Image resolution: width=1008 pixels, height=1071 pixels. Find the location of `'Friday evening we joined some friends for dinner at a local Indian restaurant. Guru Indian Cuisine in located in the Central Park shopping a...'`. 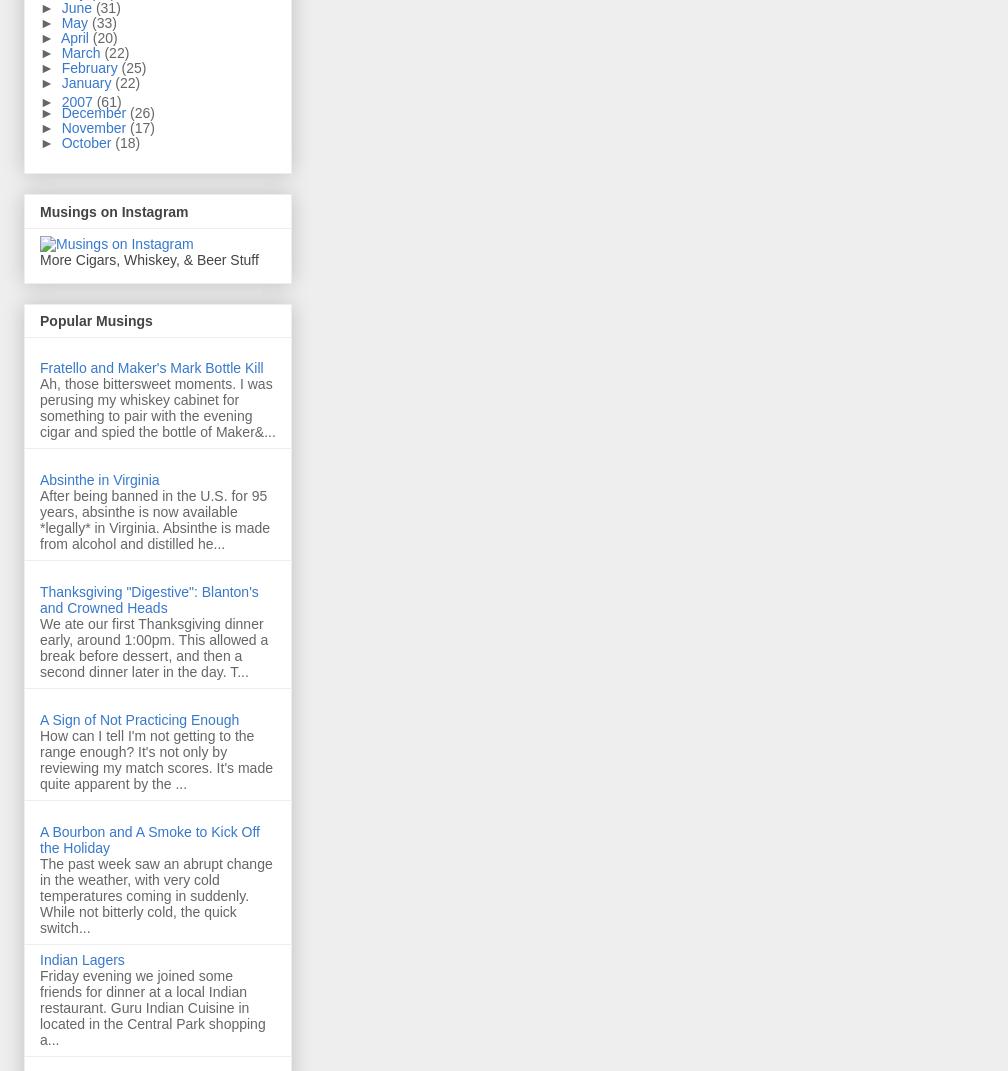

'Friday evening we joined some friends for dinner at a local Indian restaurant. Guru Indian Cuisine in located in the Central Park shopping a...' is located at coordinates (152, 1008).